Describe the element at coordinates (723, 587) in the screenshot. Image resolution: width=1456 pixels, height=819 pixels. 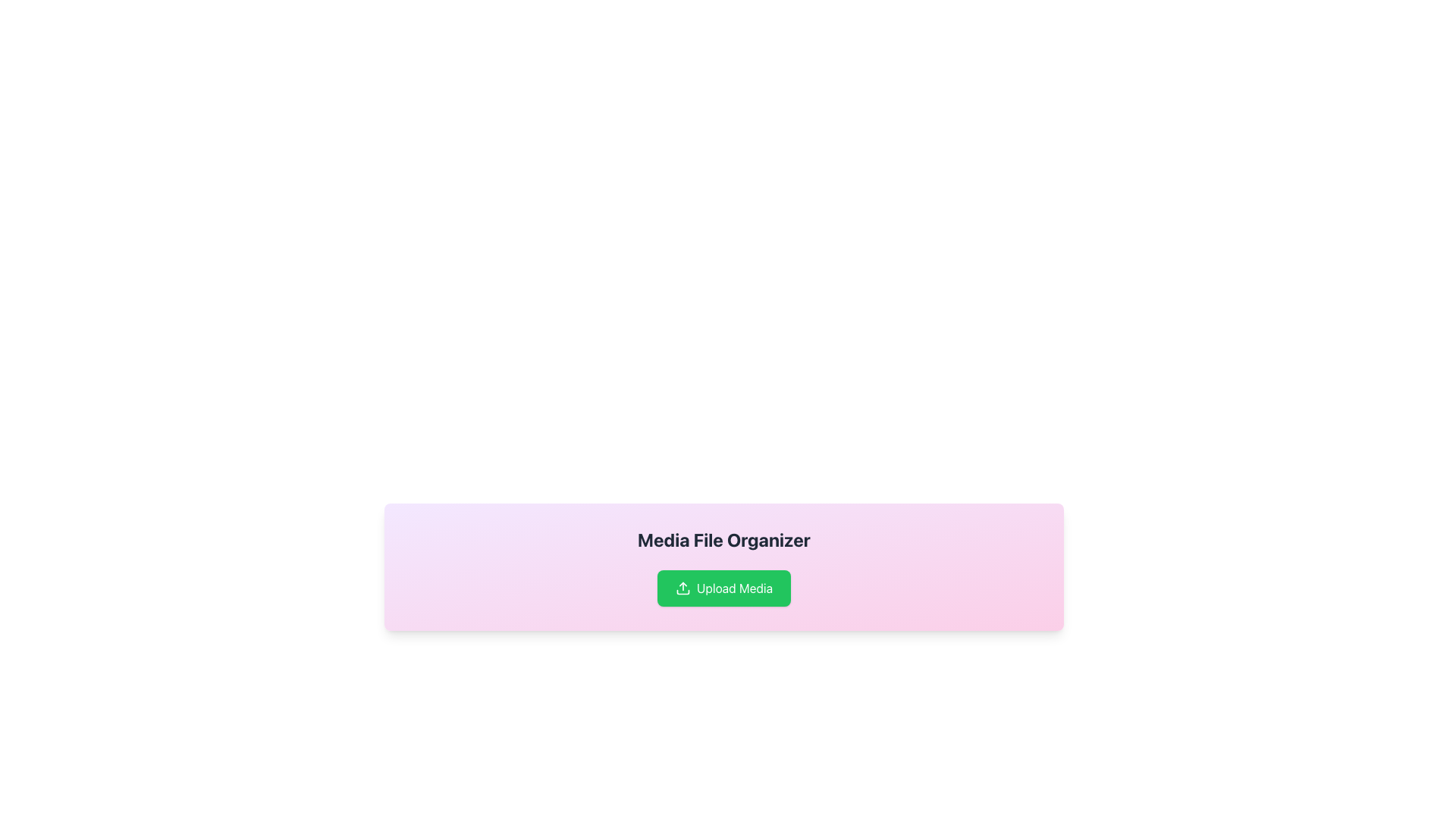
I see `the green 'Upload Media' button with white text and an upward-pointing arrow icon` at that location.